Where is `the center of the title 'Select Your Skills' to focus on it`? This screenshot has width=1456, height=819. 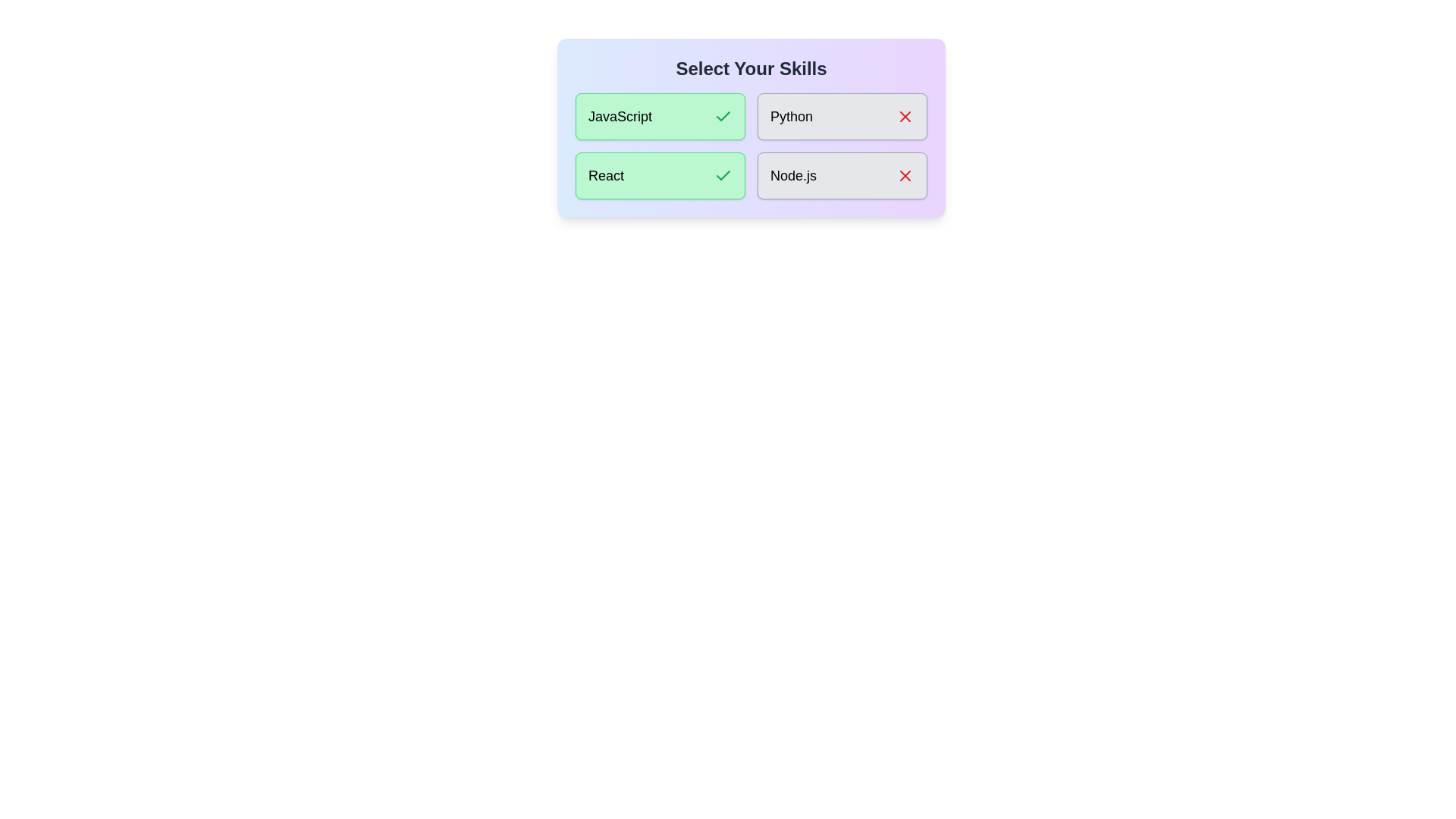
the center of the title 'Select Your Skills' to focus on it is located at coordinates (751, 69).